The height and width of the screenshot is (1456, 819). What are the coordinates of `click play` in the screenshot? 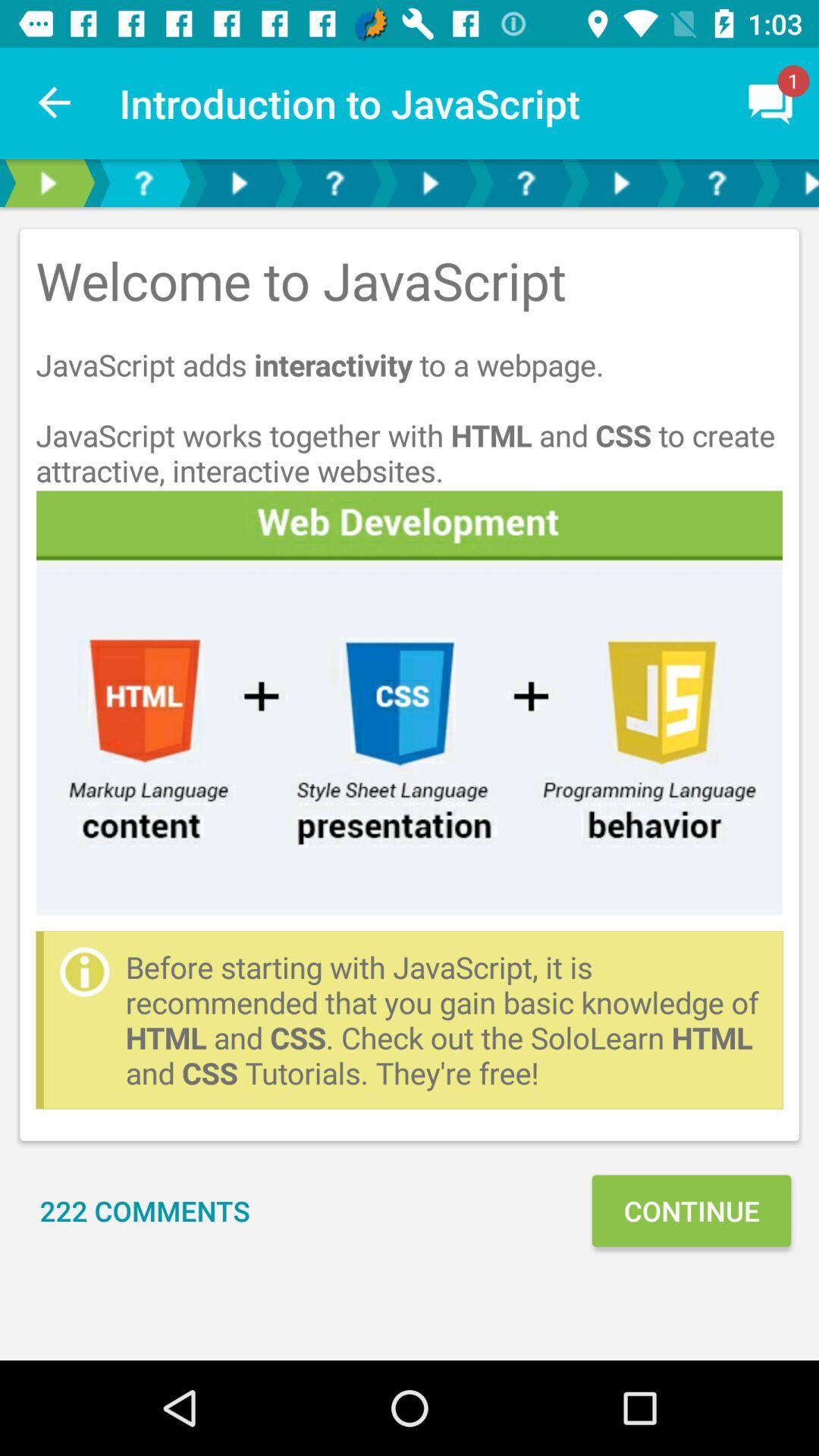 It's located at (620, 182).